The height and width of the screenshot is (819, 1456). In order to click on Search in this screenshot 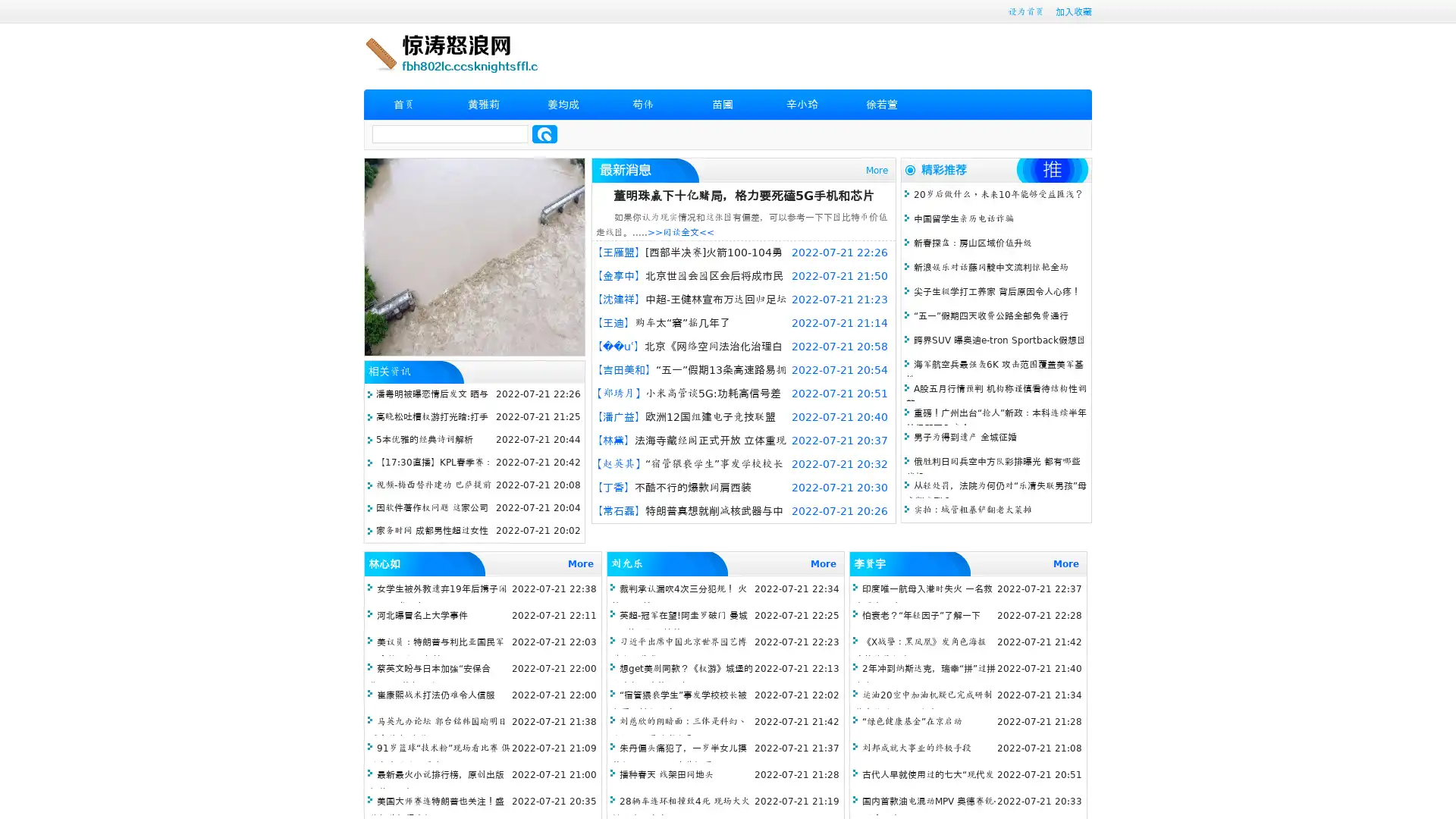, I will do `click(544, 133)`.